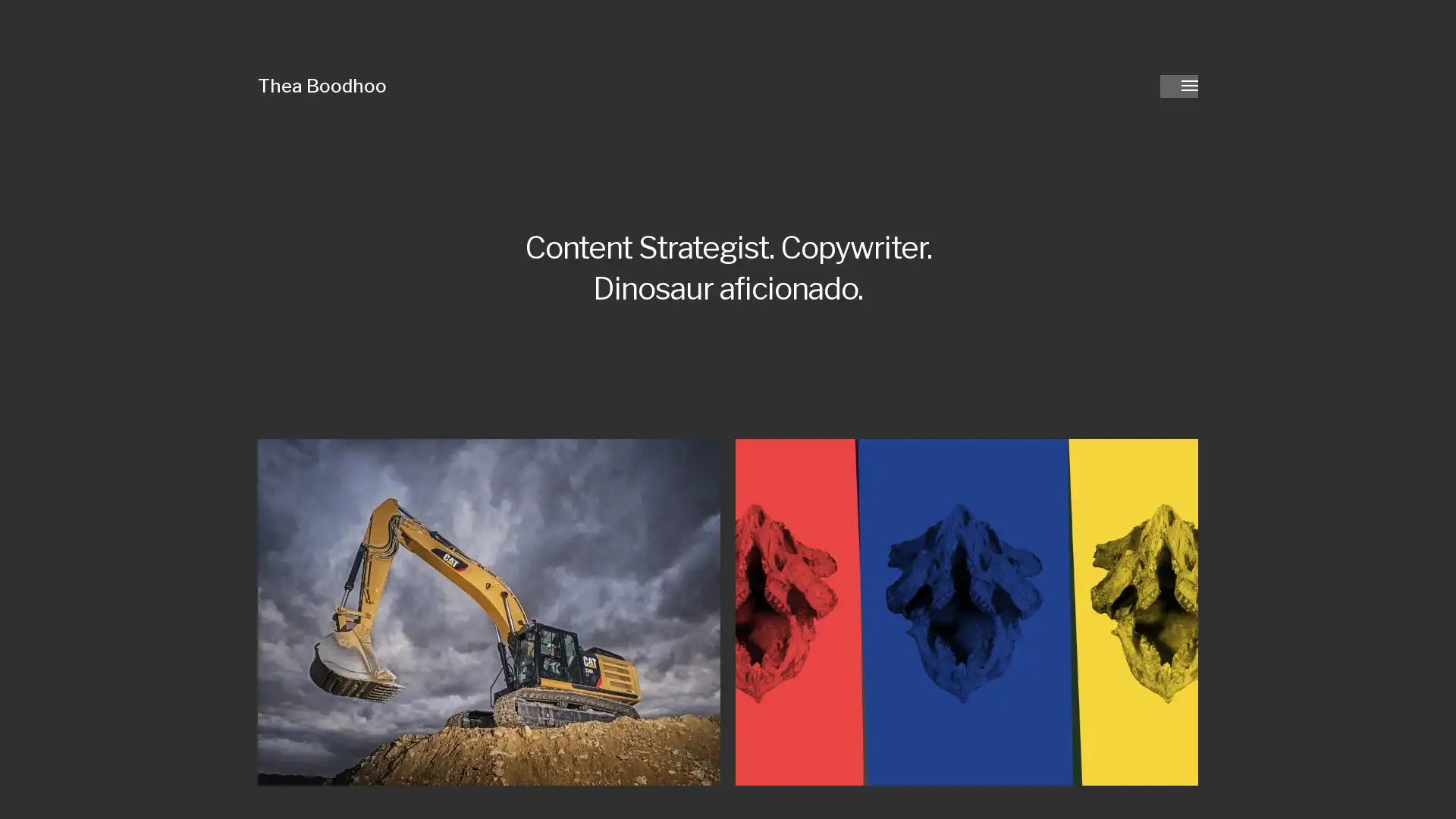 The height and width of the screenshot is (819, 1456). Describe the element at coordinates (1178, 86) in the screenshot. I see `Toggle menu` at that location.